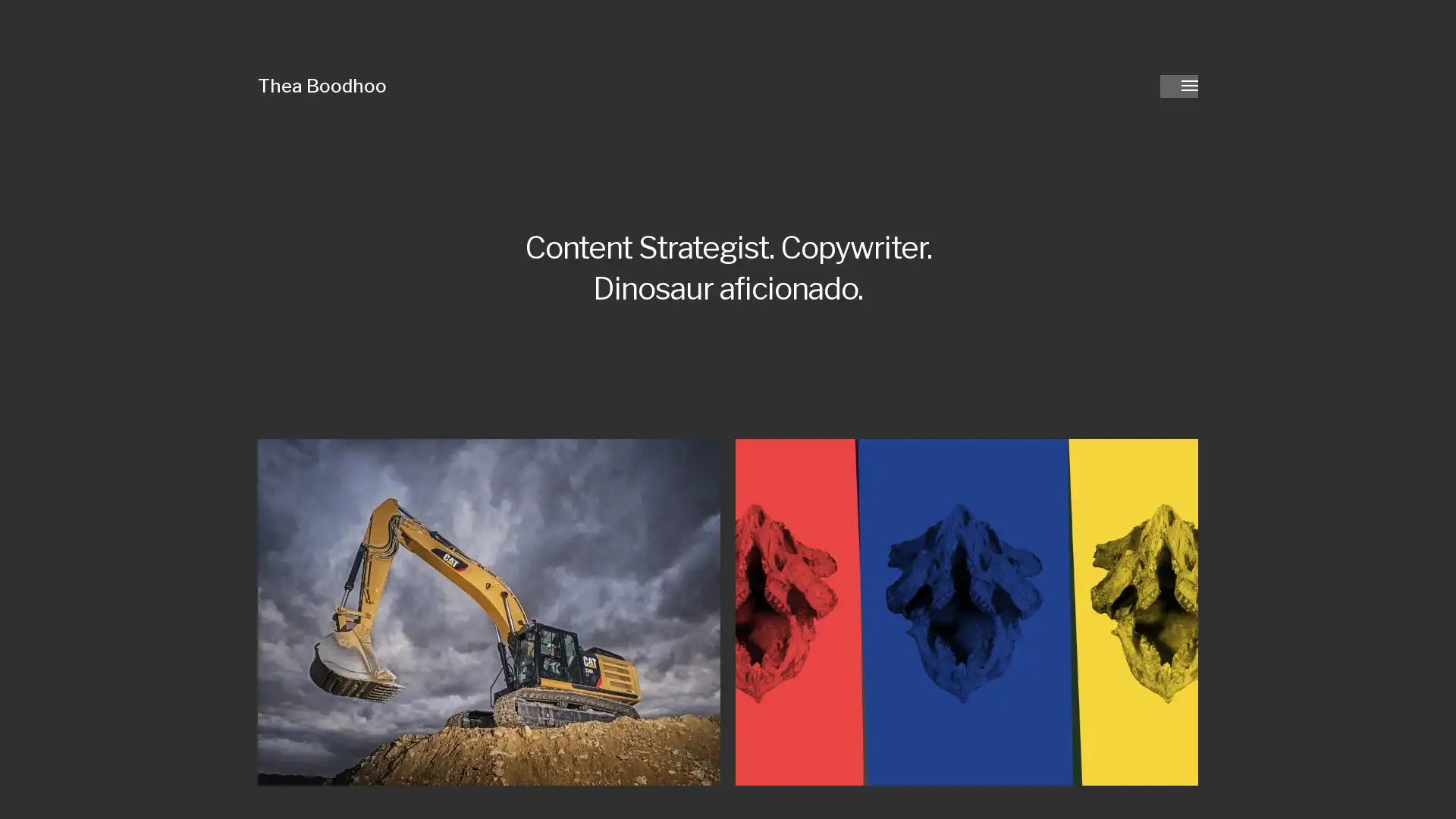 The height and width of the screenshot is (819, 1456). Describe the element at coordinates (1178, 86) in the screenshot. I see `Toggle menu` at that location.